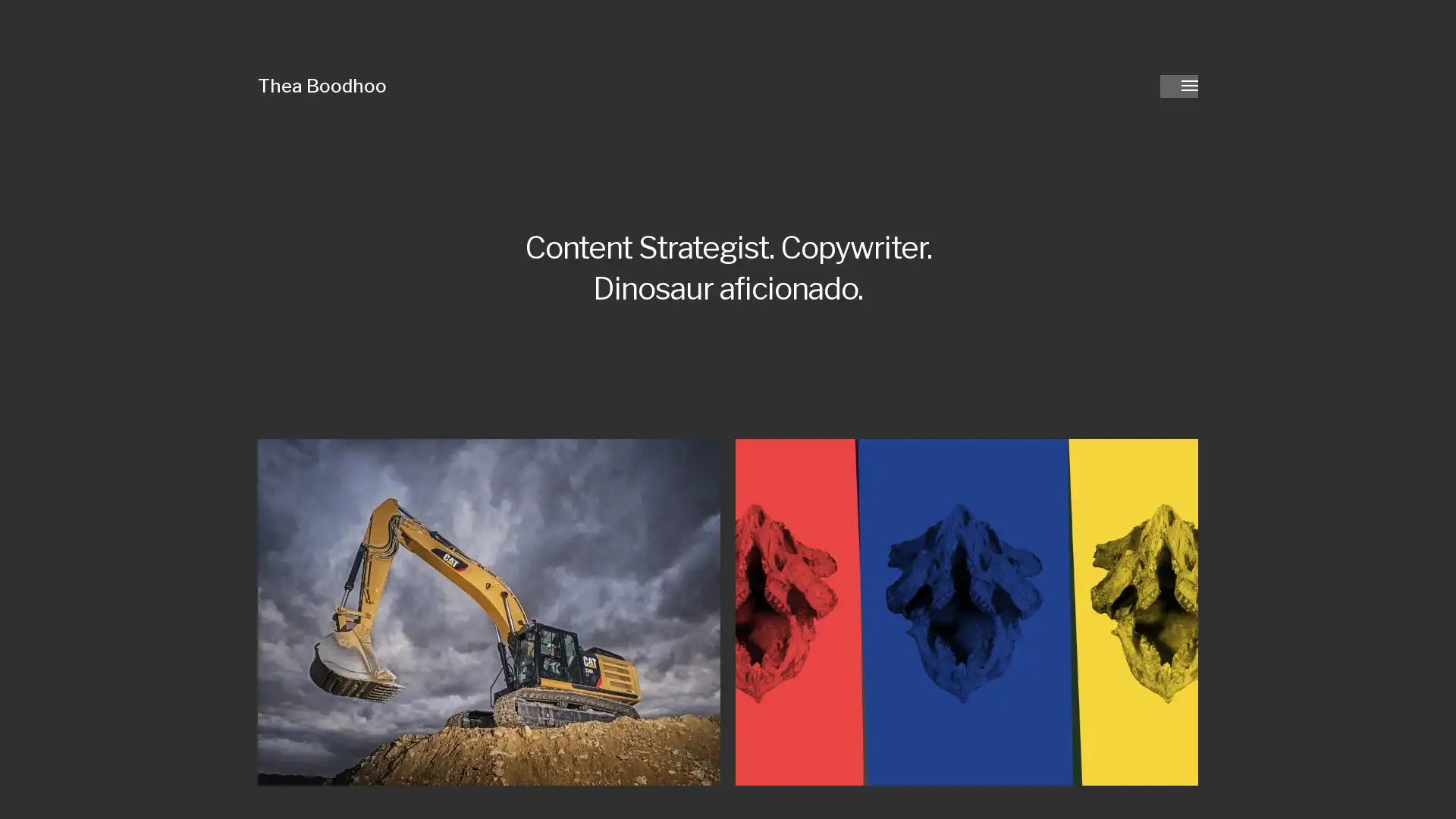 The height and width of the screenshot is (819, 1456). Describe the element at coordinates (1178, 86) in the screenshot. I see `Toggle menu` at that location.